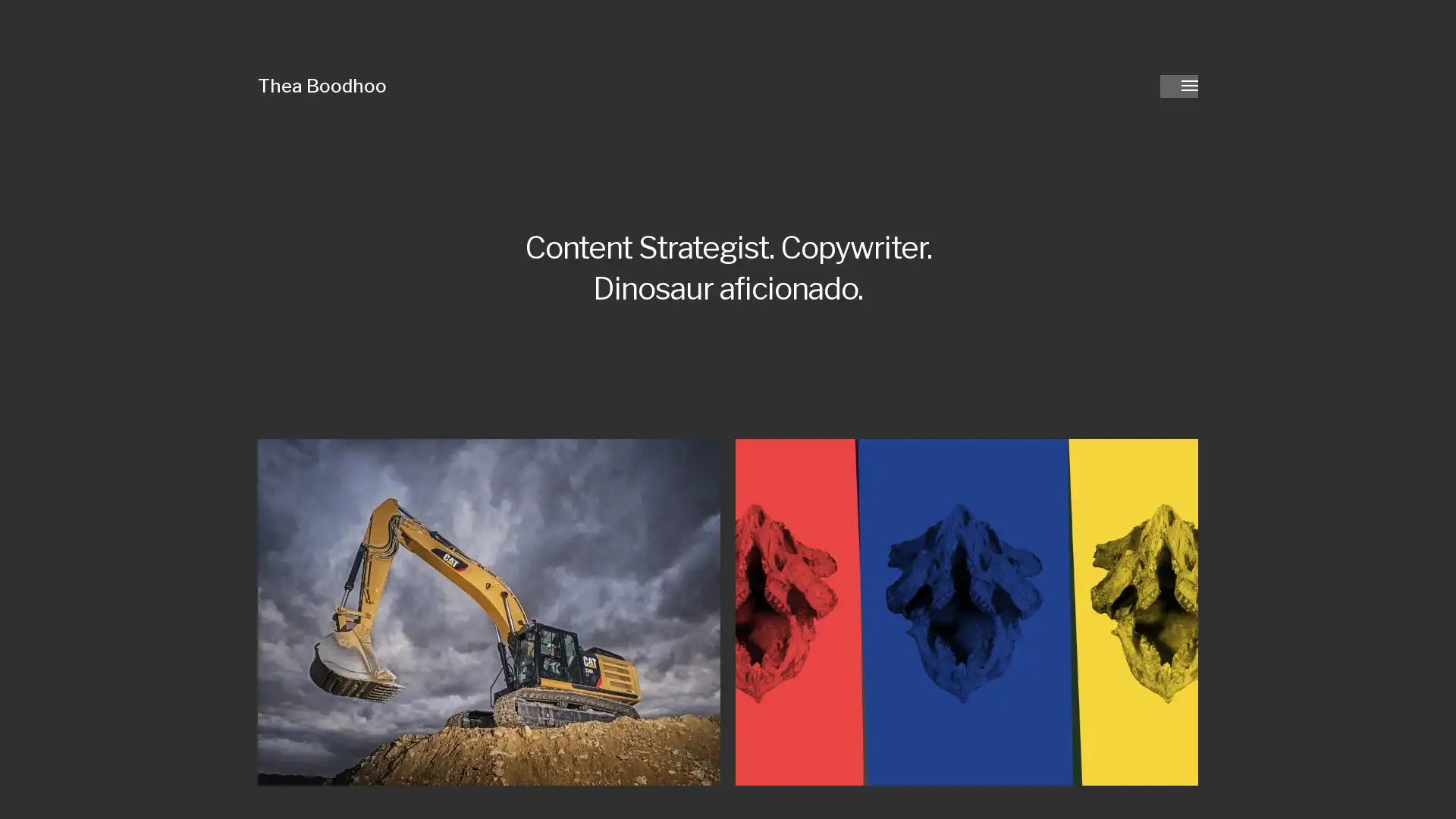 The height and width of the screenshot is (819, 1456). Describe the element at coordinates (1178, 86) in the screenshot. I see `Toggle menu` at that location.